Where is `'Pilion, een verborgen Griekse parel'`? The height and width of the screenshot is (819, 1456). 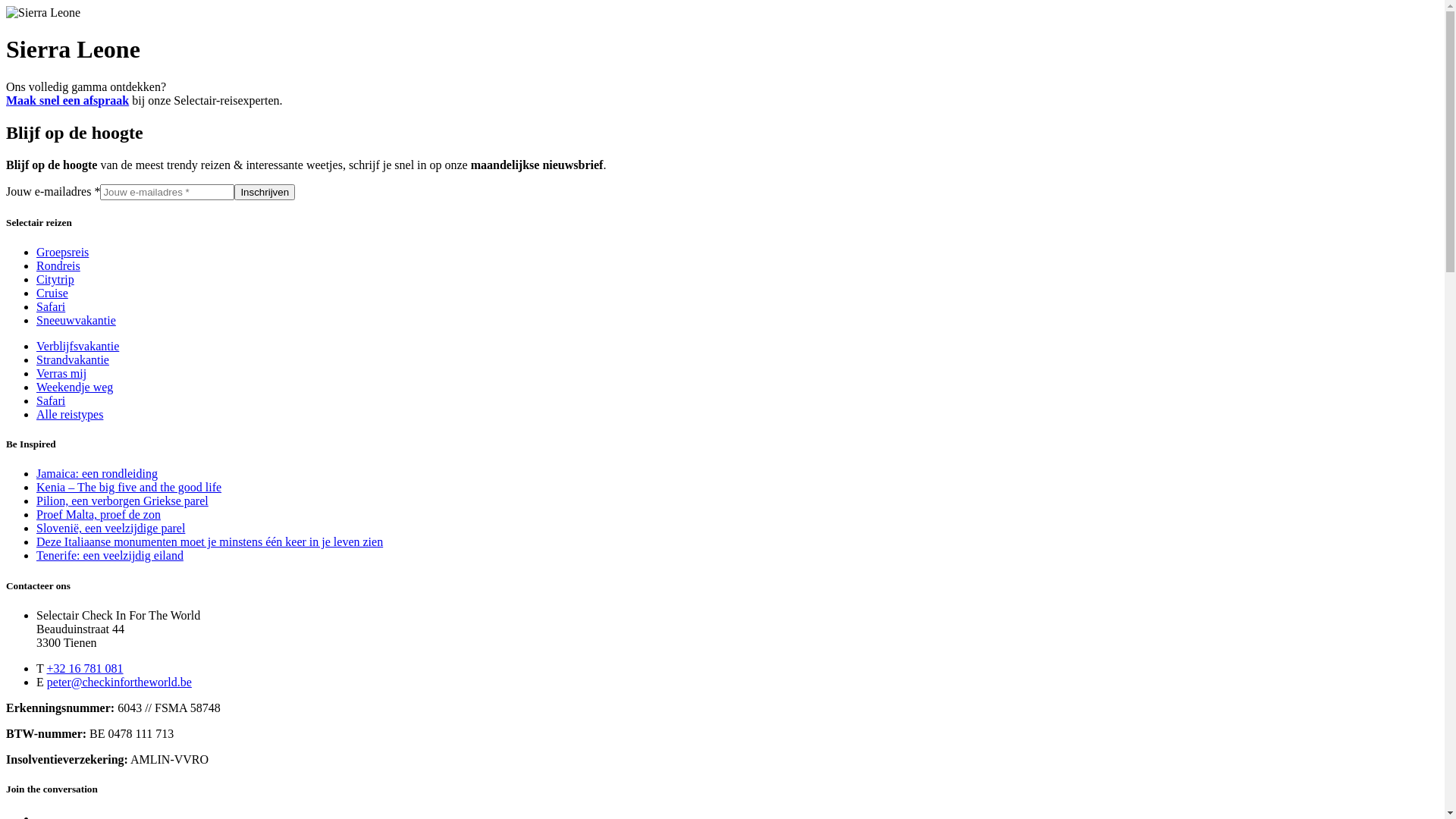
'Pilion, een verborgen Griekse parel' is located at coordinates (122, 500).